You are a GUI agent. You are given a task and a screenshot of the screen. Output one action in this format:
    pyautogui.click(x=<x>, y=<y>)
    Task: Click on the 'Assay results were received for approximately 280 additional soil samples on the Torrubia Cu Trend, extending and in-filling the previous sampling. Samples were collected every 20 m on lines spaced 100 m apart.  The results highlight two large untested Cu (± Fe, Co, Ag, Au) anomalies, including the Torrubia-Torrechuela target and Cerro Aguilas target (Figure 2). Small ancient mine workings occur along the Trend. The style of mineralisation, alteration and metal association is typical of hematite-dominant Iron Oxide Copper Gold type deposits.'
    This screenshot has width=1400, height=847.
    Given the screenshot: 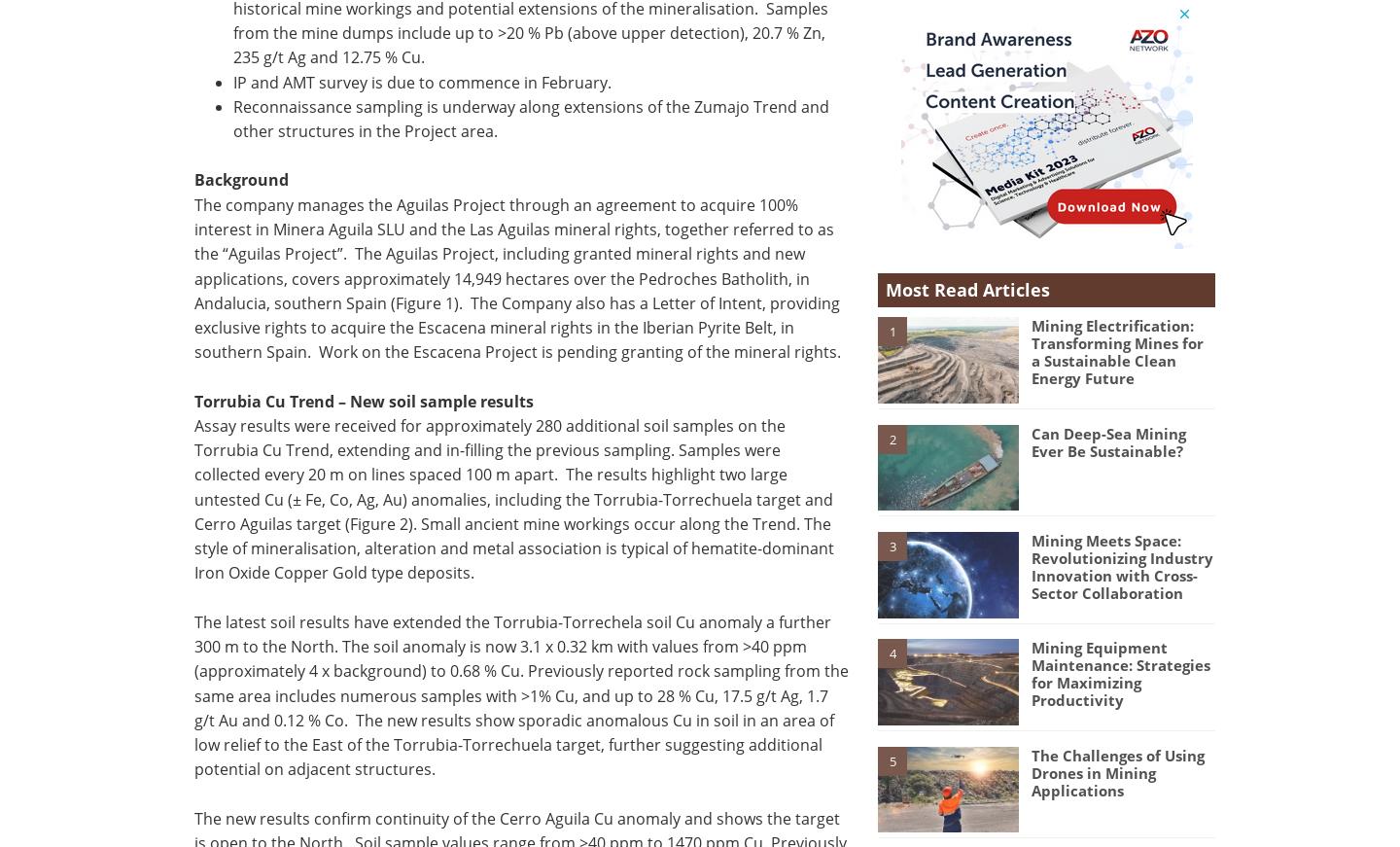 What is the action you would take?
    pyautogui.click(x=513, y=499)
    